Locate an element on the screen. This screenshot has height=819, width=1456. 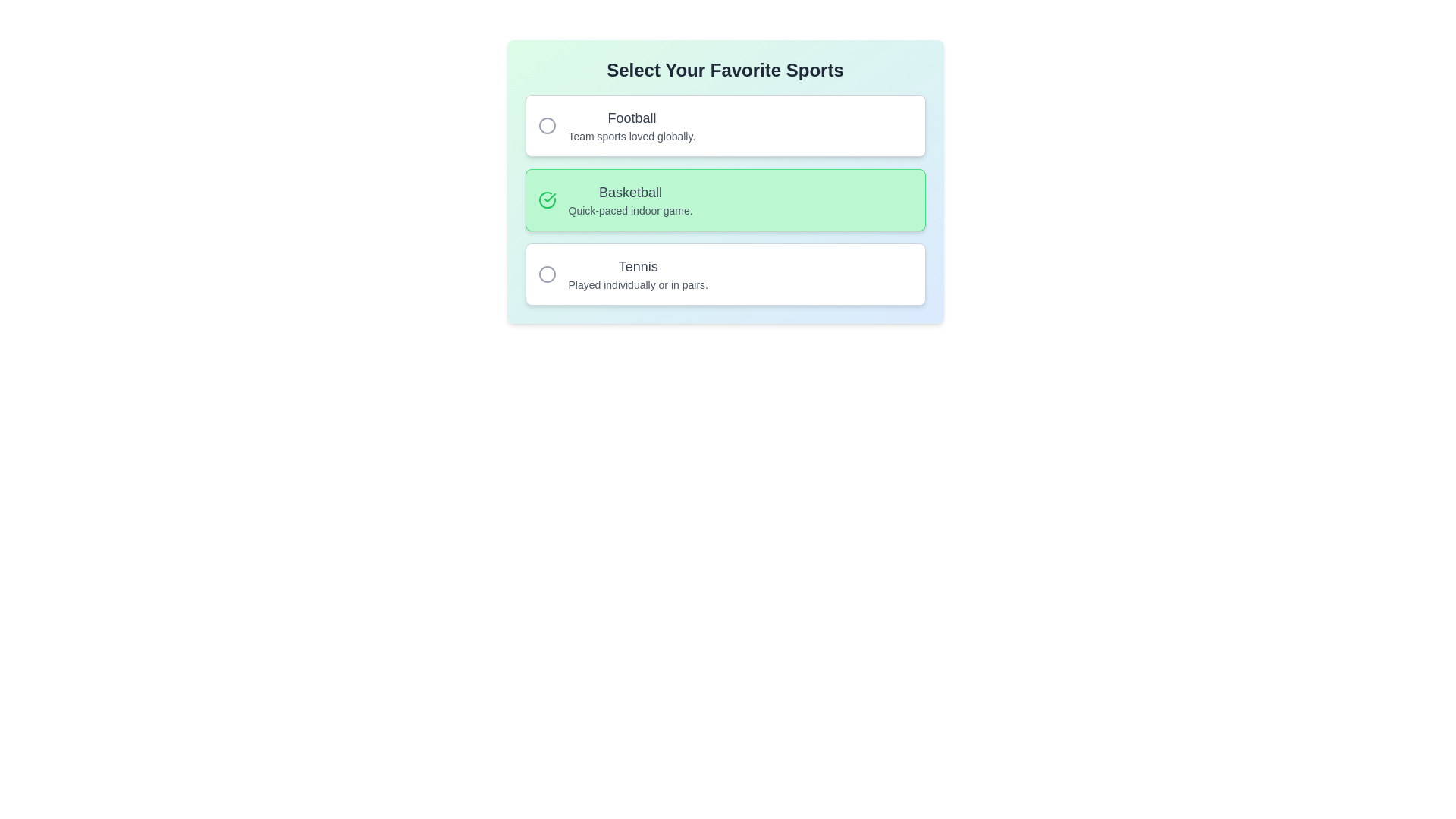
the text label displaying 'Football', which is the first line of text in the sports preferences list is located at coordinates (632, 117).